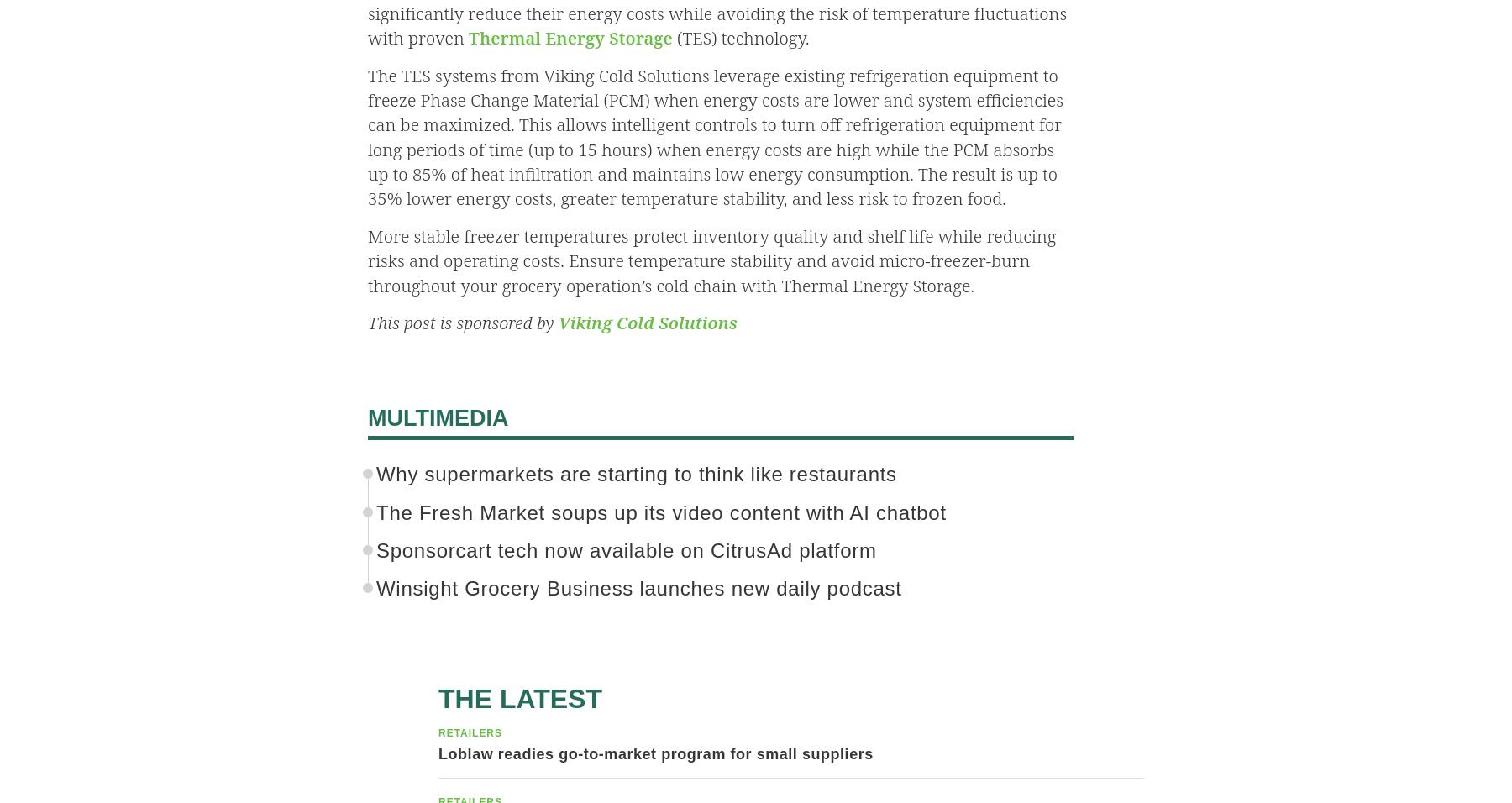 This screenshot has width=1512, height=803. What do you see at coordinates (740, 37) in the screenshot?
I see `'(TES) technology.'` at bounding box center [740, 37].